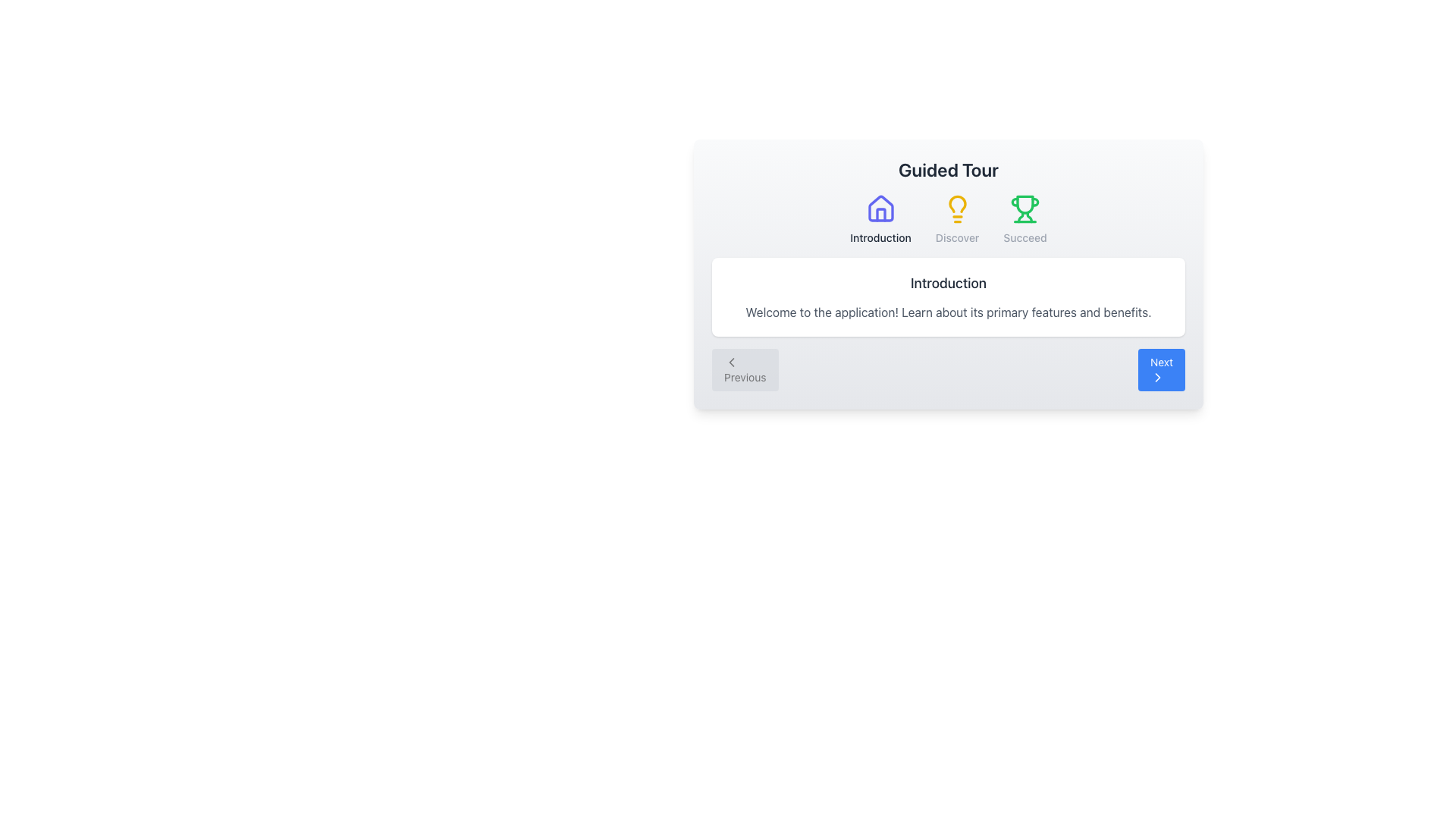  Describe the element at coordinates (948, 275) in the screenshot. I see `the main content section that provides introductory text and navigation functionality for the guided tour steps` at that location.